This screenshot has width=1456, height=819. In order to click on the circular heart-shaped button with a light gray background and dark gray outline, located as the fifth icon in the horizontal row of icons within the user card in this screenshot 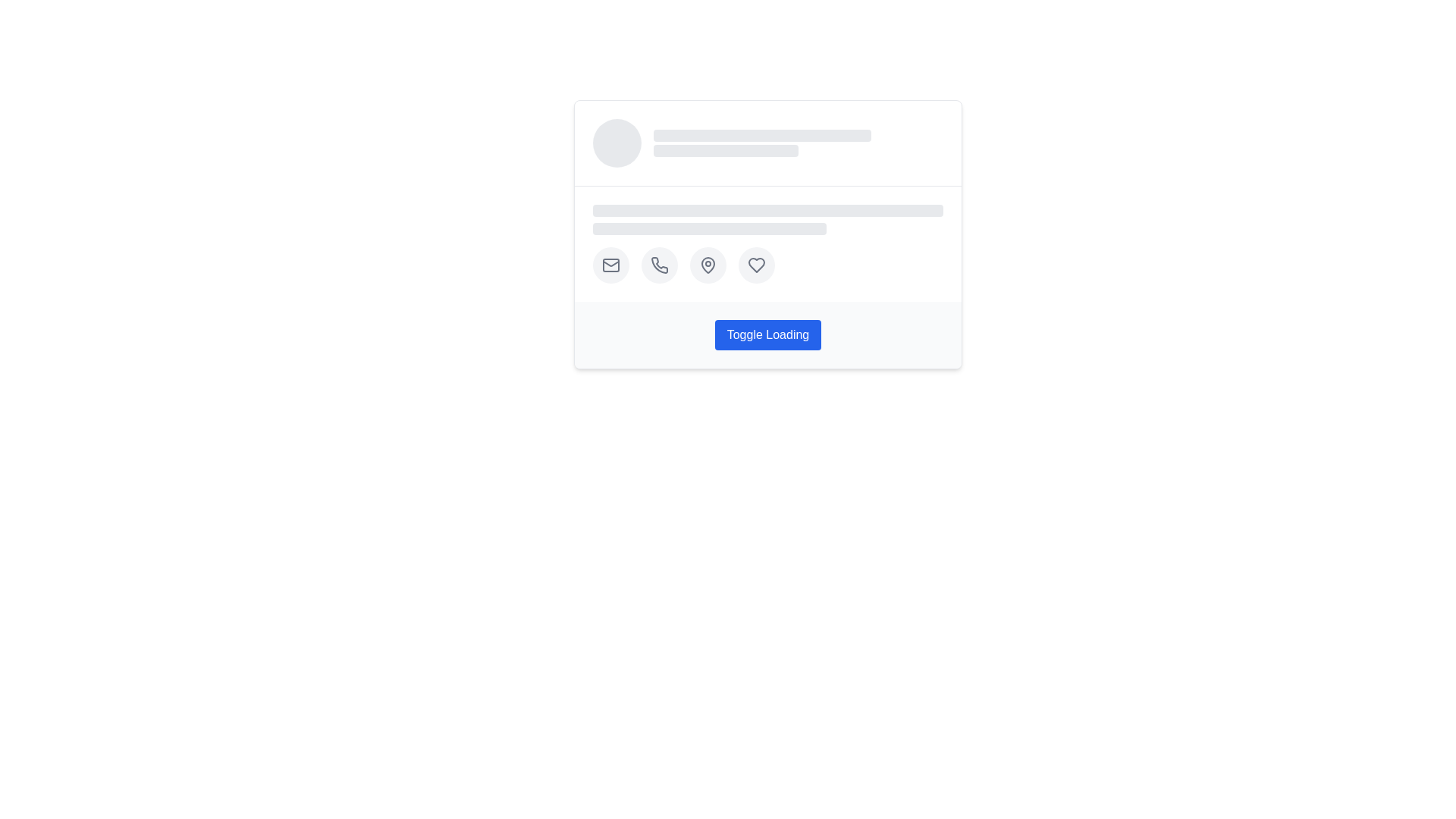, I will do `click(757, 265)`.